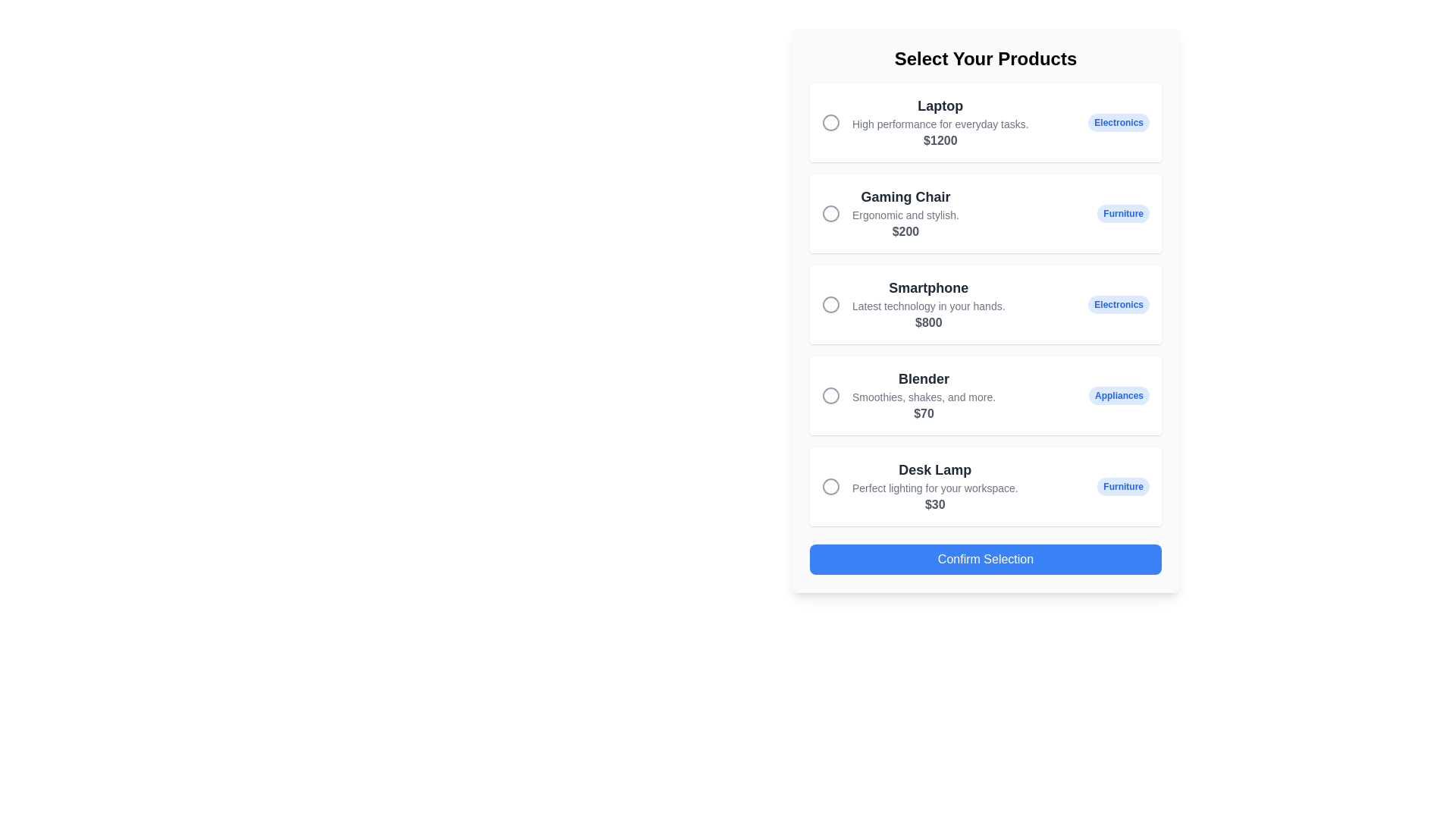 This screenshot has width=1456, height=819. I want to click on the first circular icon in the selection list next to the 'Laptop High performance for everyday tasks. $1200 Electronics' option, so click(830, 122).